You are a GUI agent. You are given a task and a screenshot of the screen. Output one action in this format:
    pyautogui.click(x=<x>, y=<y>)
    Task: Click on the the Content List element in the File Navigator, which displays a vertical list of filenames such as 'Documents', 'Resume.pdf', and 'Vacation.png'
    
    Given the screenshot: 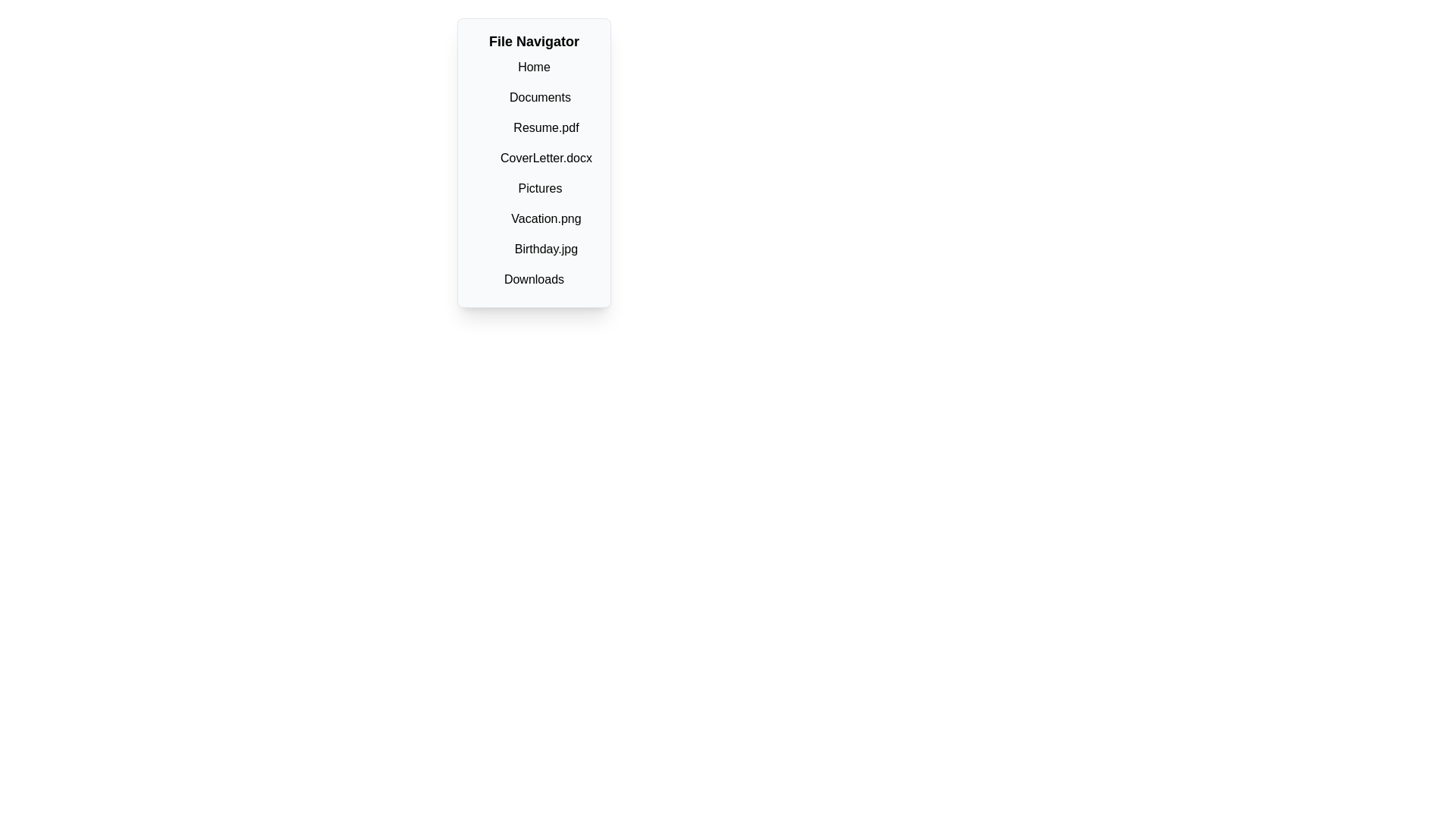 What is the action you would take?
    pyautogui.click(x=540, y=172)
    